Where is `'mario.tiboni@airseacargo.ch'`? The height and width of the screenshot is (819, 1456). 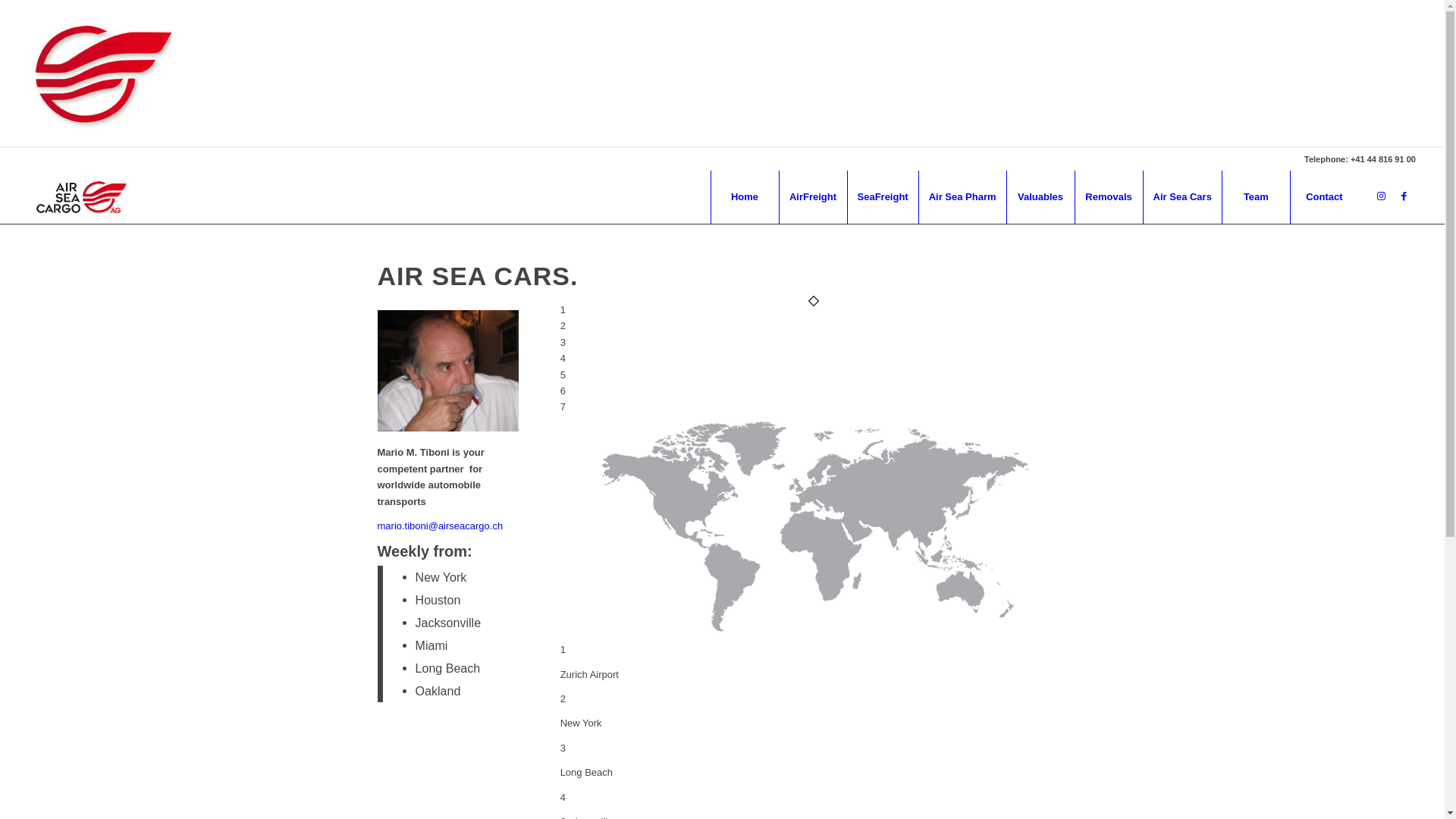
'mario.tiboni@airseacargo.ch' is located at coordinates (439, 525).